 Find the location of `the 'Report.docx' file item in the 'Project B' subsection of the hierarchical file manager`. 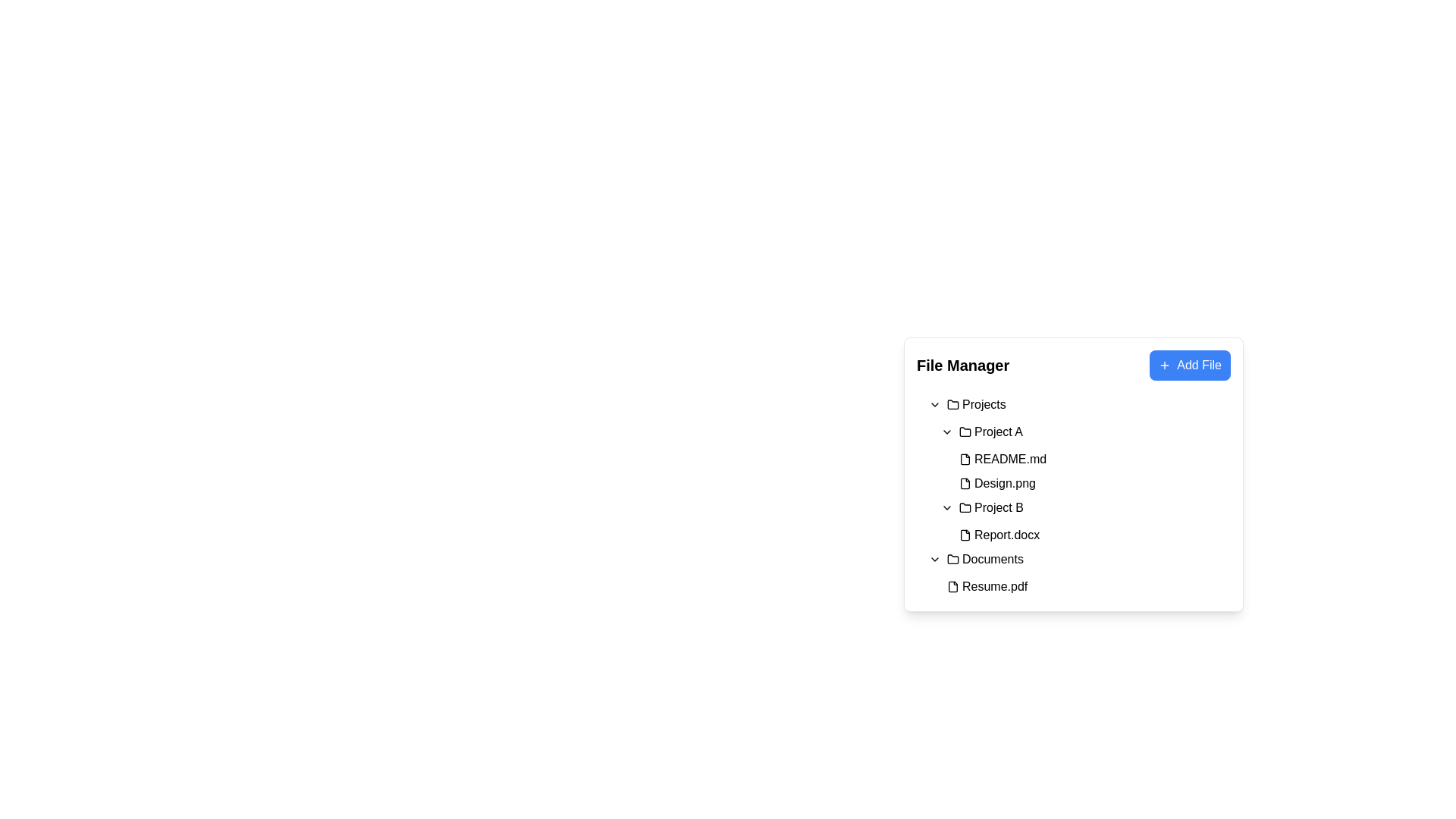

the 'Report.docx' file item in the 'Project B' subsection of the hierarchical file manager is located at coordinates (999, 534).